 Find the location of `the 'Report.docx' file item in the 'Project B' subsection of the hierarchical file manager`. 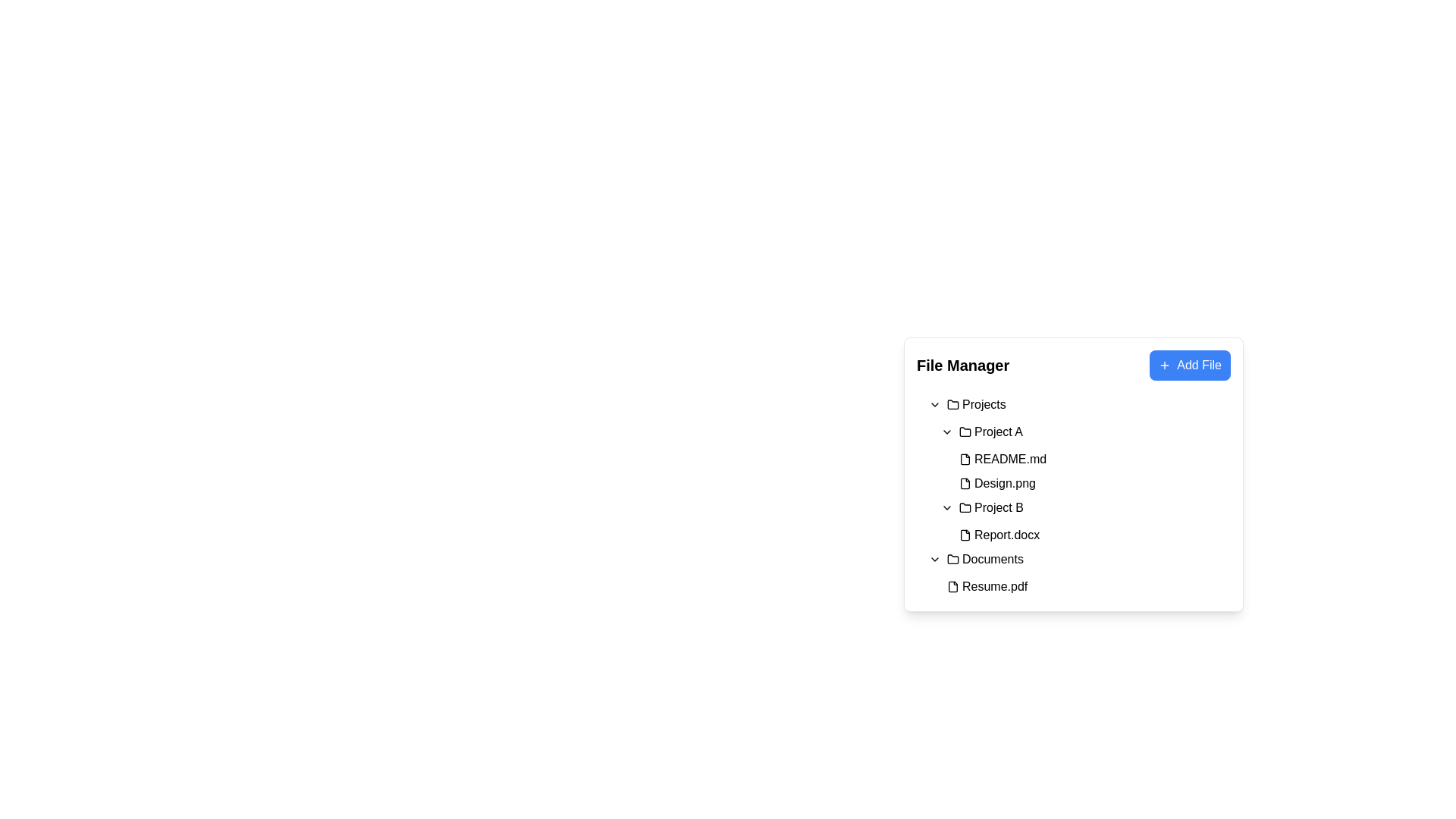

the 'Report.docx' file item in the 'Project B' subsection of the hierarchical file manager is located at coordinates (999, 534).